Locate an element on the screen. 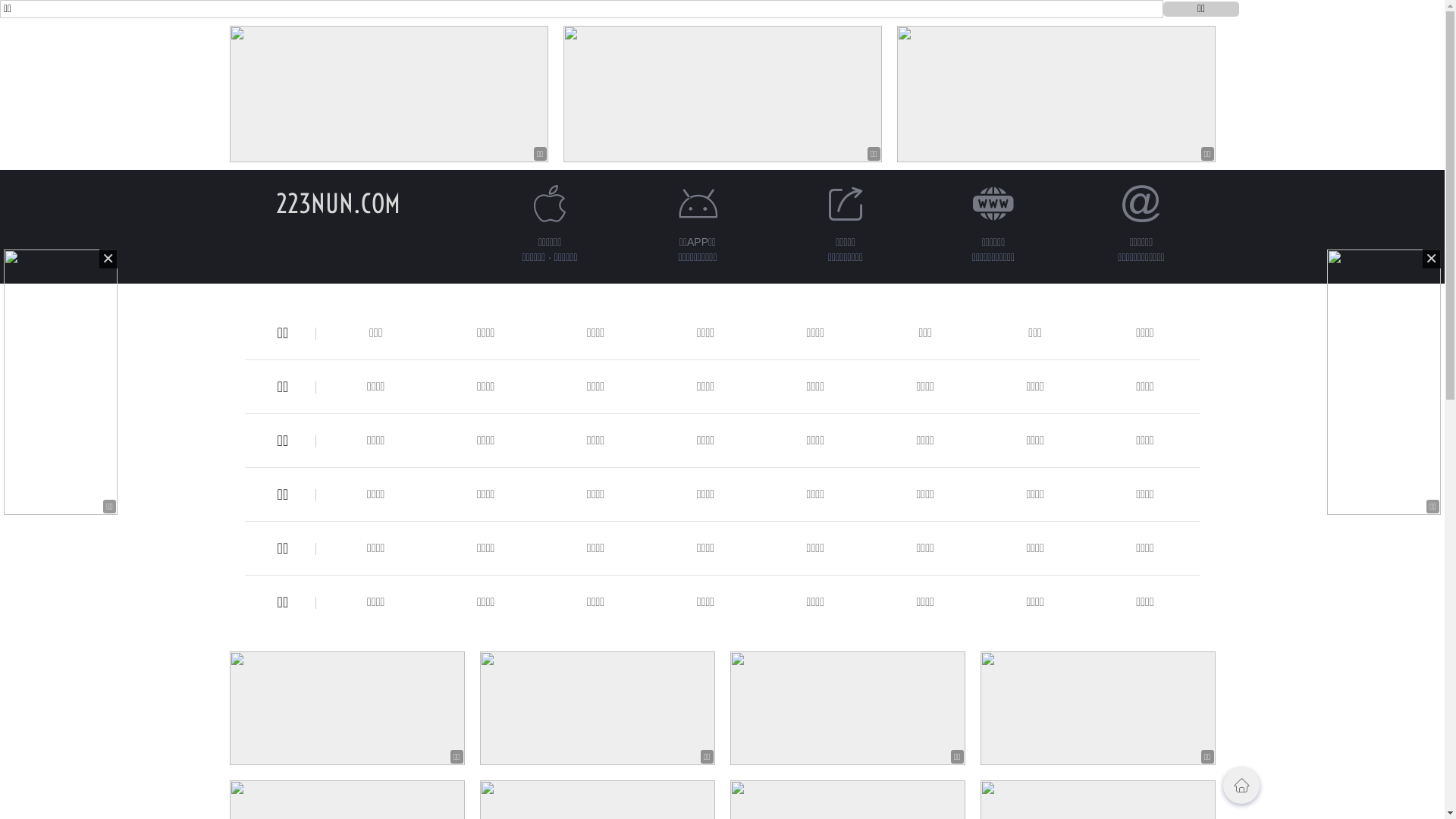 Image resolution: width=1456 pixels, height=819 pixels. '223NUN.COM' is located at coordinates (337, 202).